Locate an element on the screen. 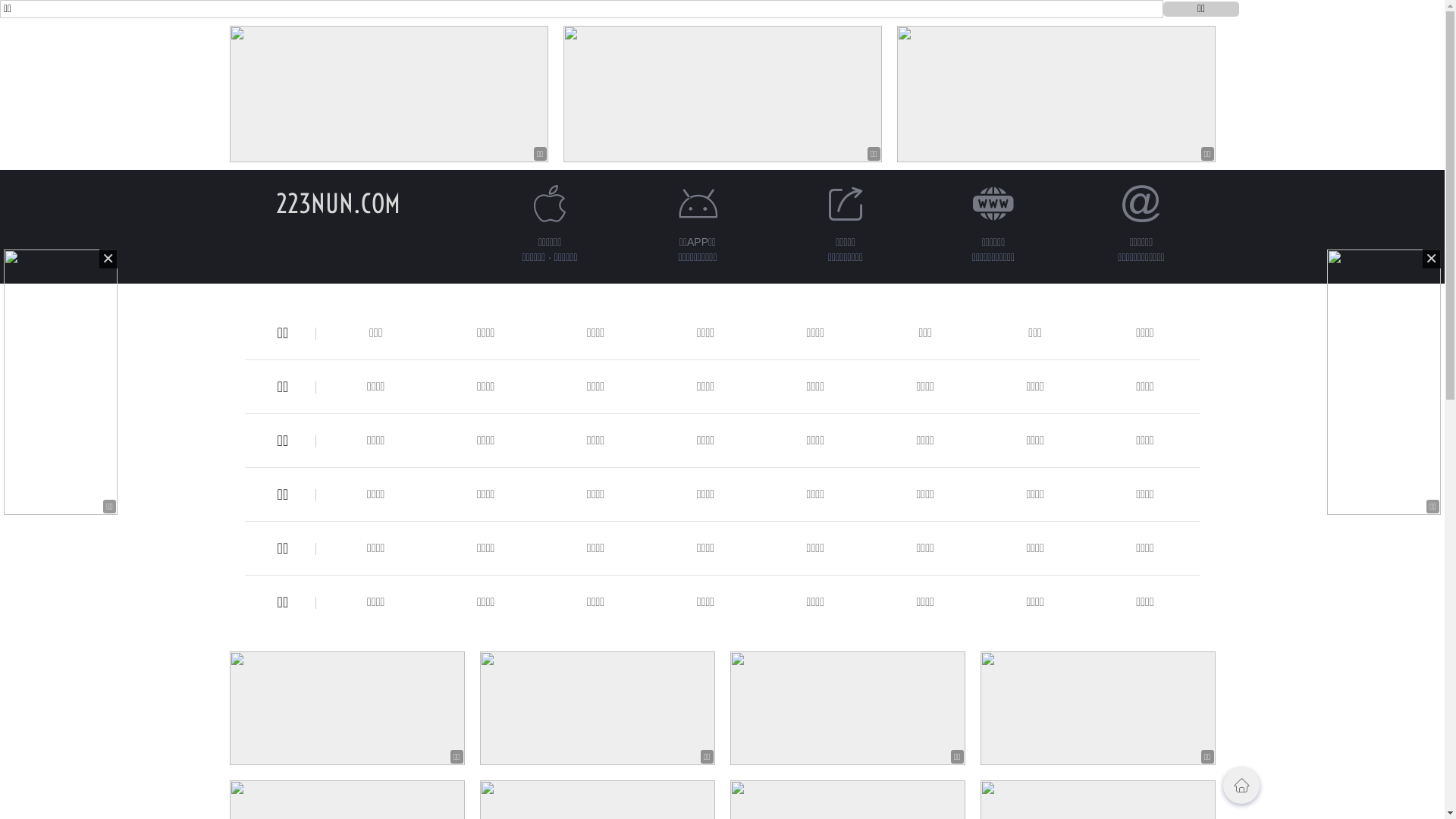 Image resolution: width=1456 pixels, height=819 pixels. '223NUN.COM' is located at coordinates (337, 202).